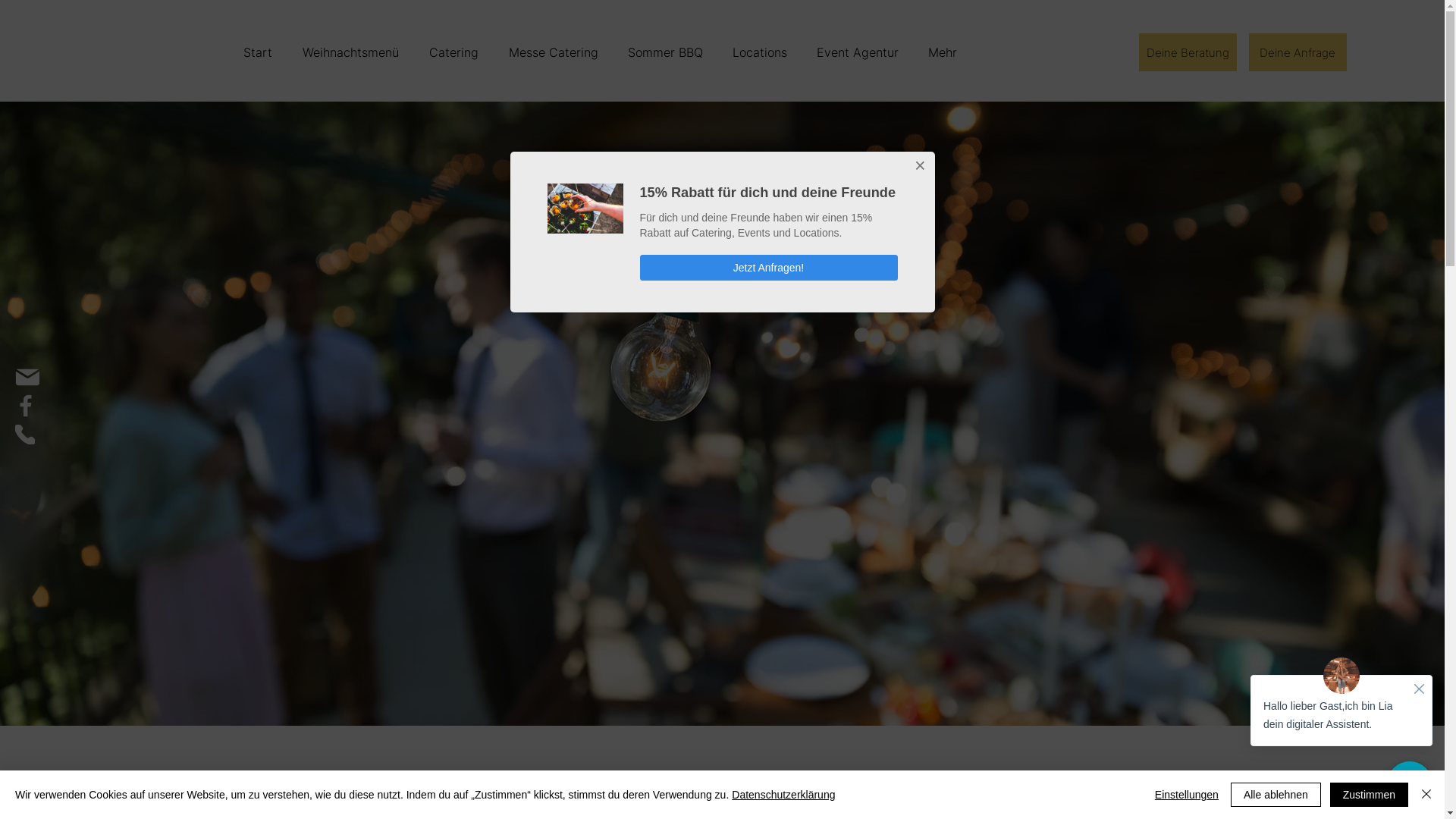 This screenshot has height=819, width=1456. What do you see at coordinates (716, 52) in the screenshot?
I see `'Locations'` at bounding box center [716, 52].